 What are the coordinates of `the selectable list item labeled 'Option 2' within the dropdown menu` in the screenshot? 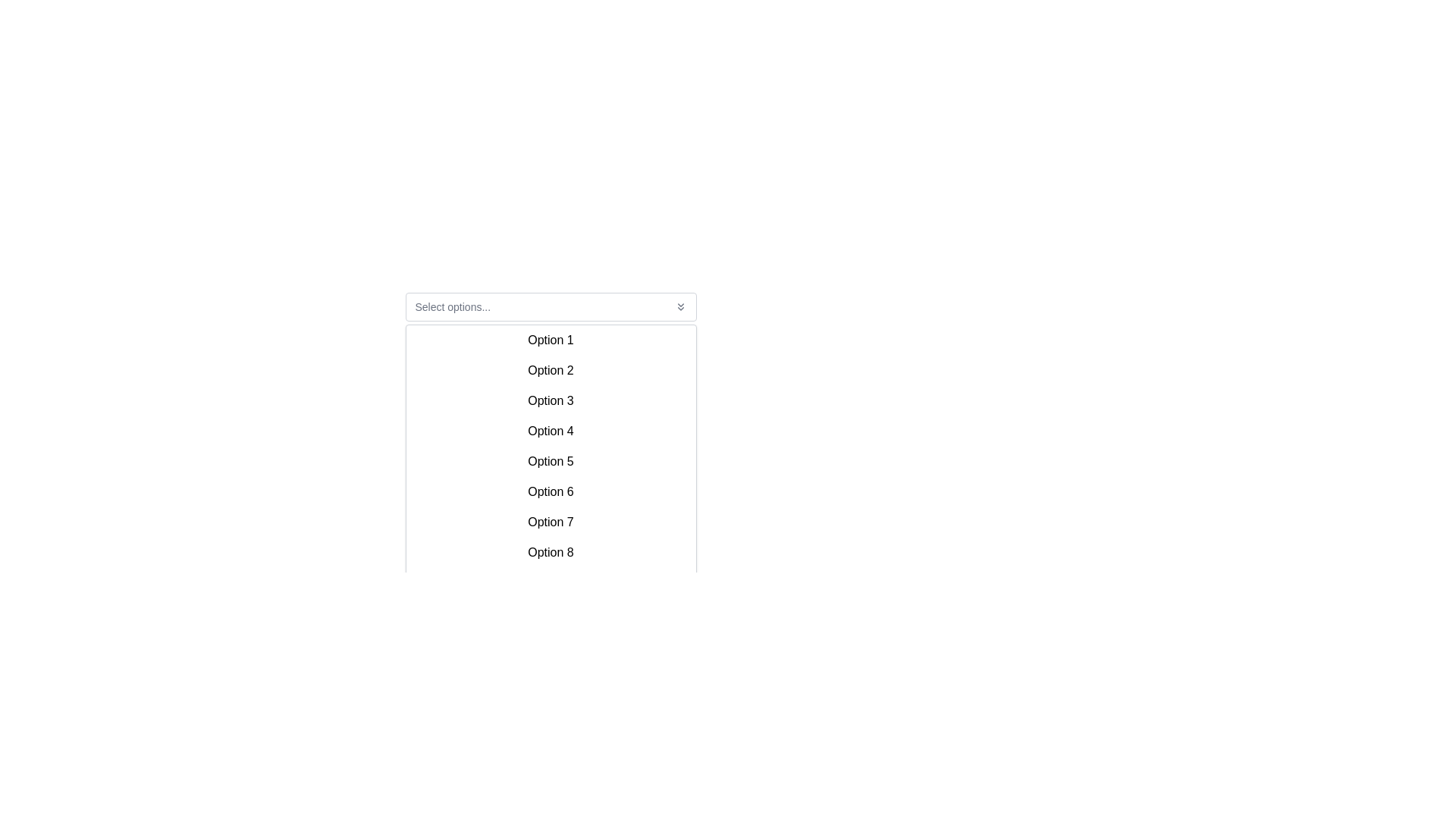 It's located at (550, 371).